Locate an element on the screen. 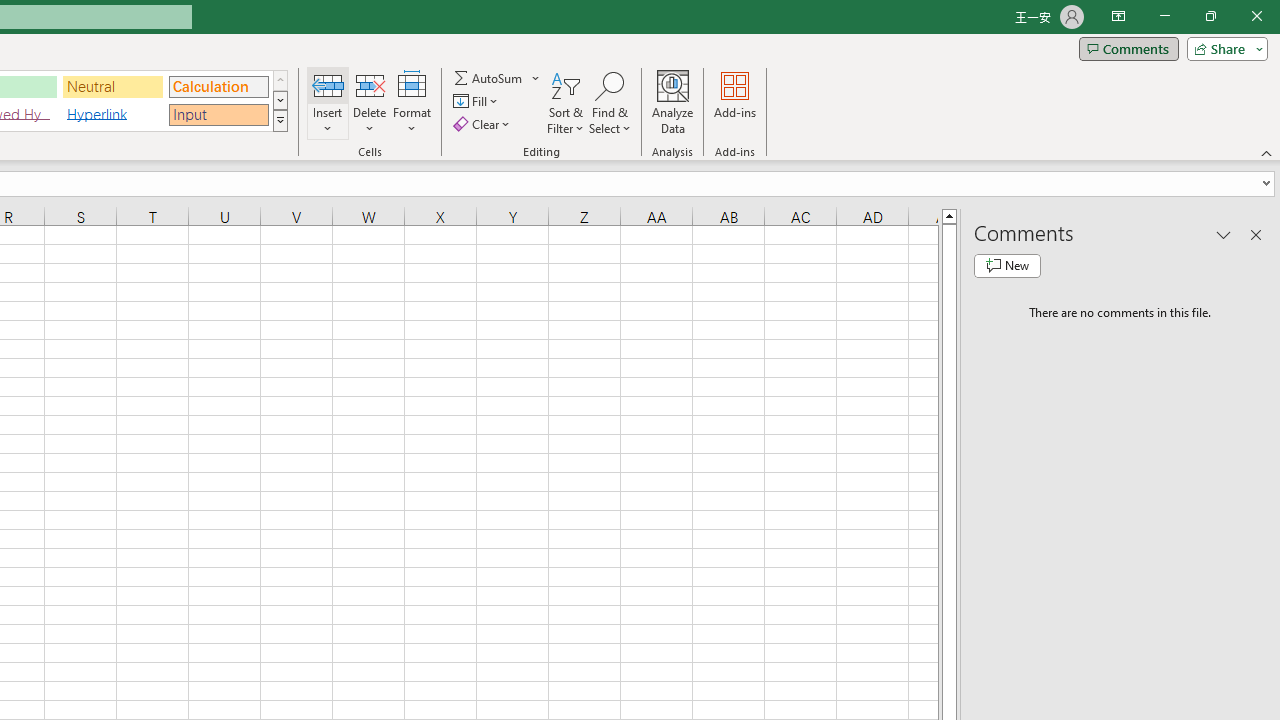 The height and width of the screenshot is (720, 1280). 'Share' is located at coordinates (1222, 47).